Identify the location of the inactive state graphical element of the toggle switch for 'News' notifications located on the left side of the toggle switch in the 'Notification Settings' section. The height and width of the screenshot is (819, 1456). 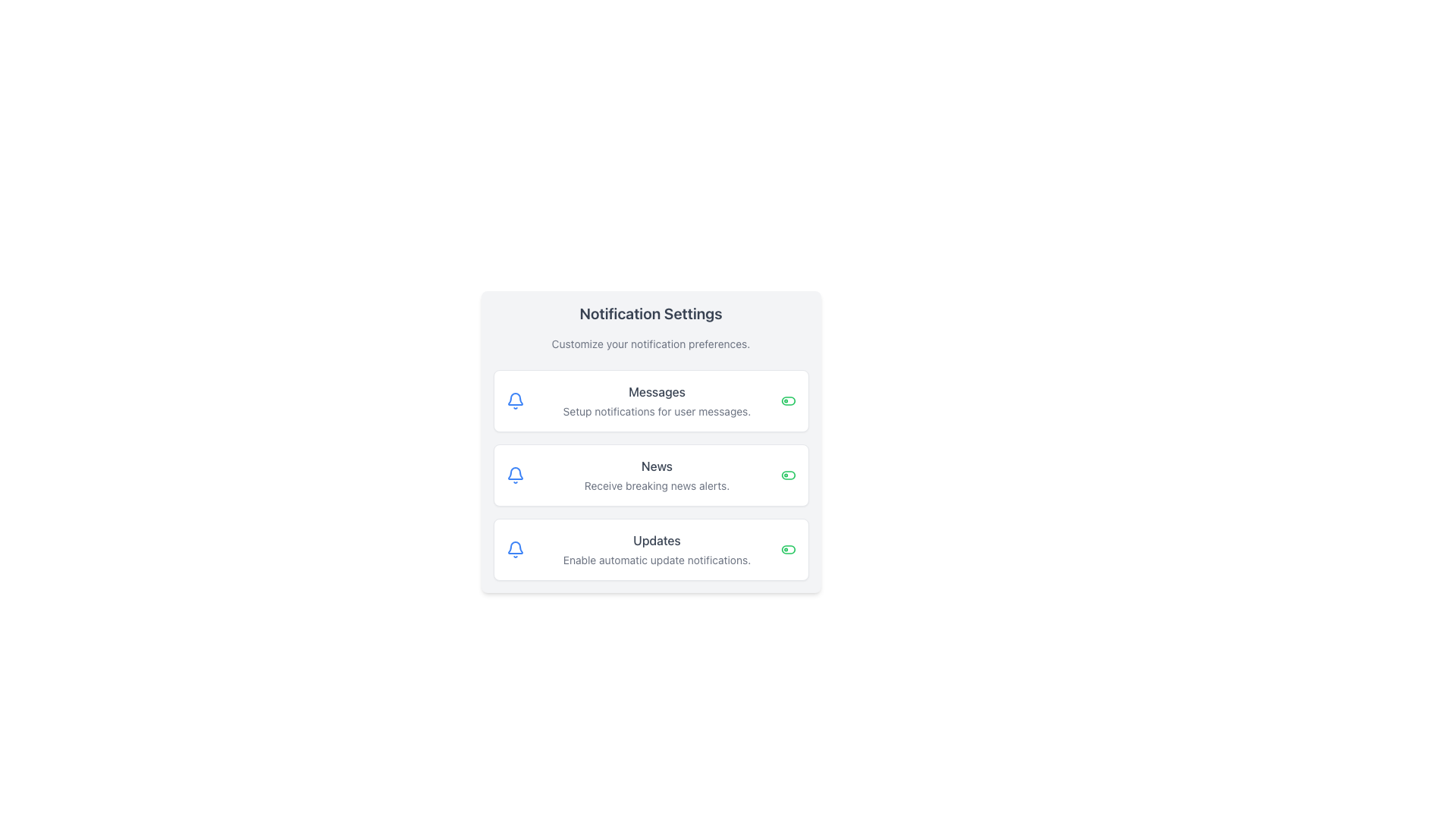
(788, 475).